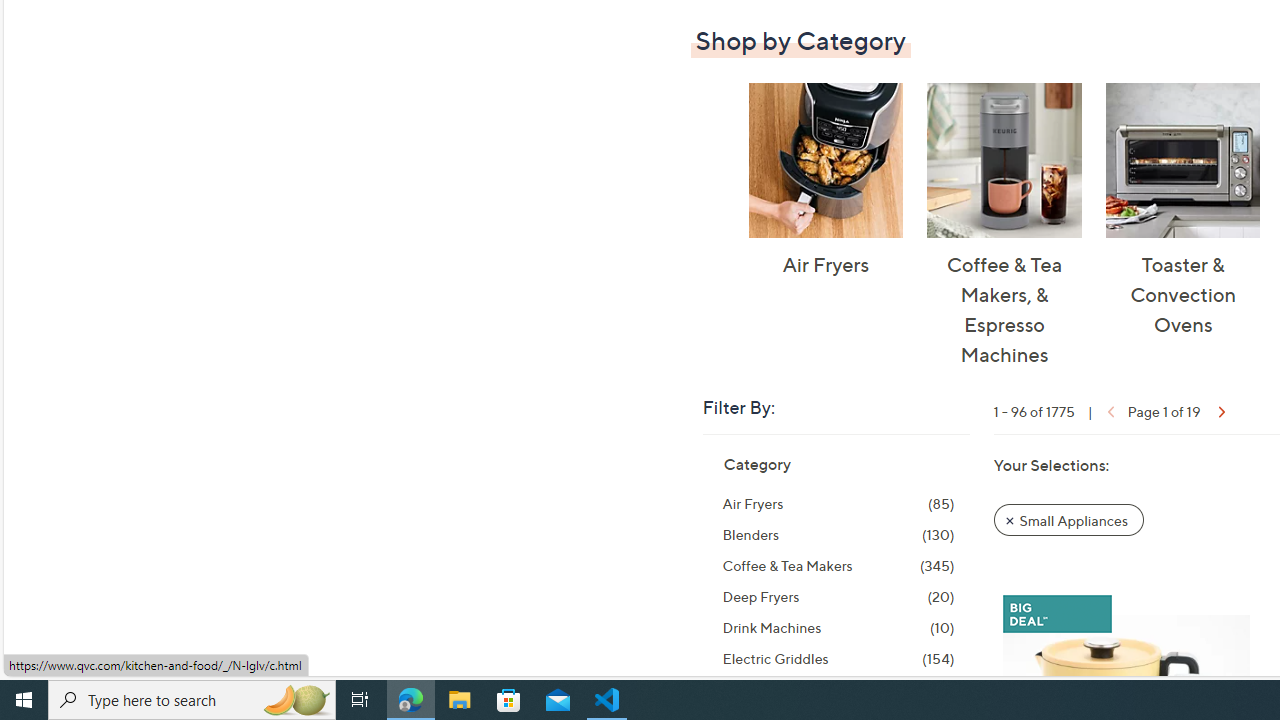 This screenshot has height=720, width=1280. I want to click on 'Blenders, 130 items', so click(838, 533).